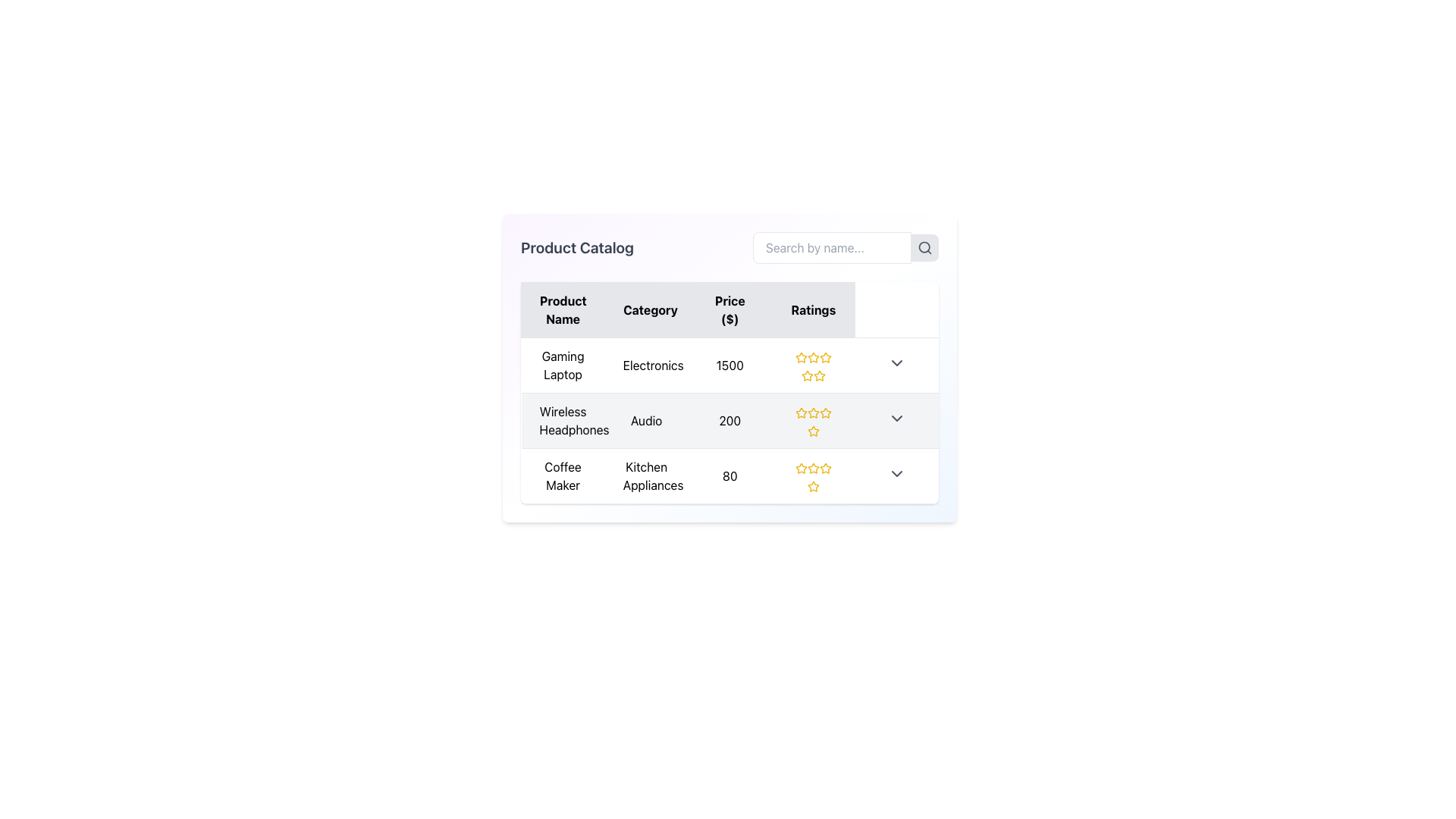  Describe the element at coordinates (824, 413) in the screenshot. I see `the second star-shaped yellow icon in the 'Wireless Headphones' row under the 'Ratings' column of the product catalog table` at that location.